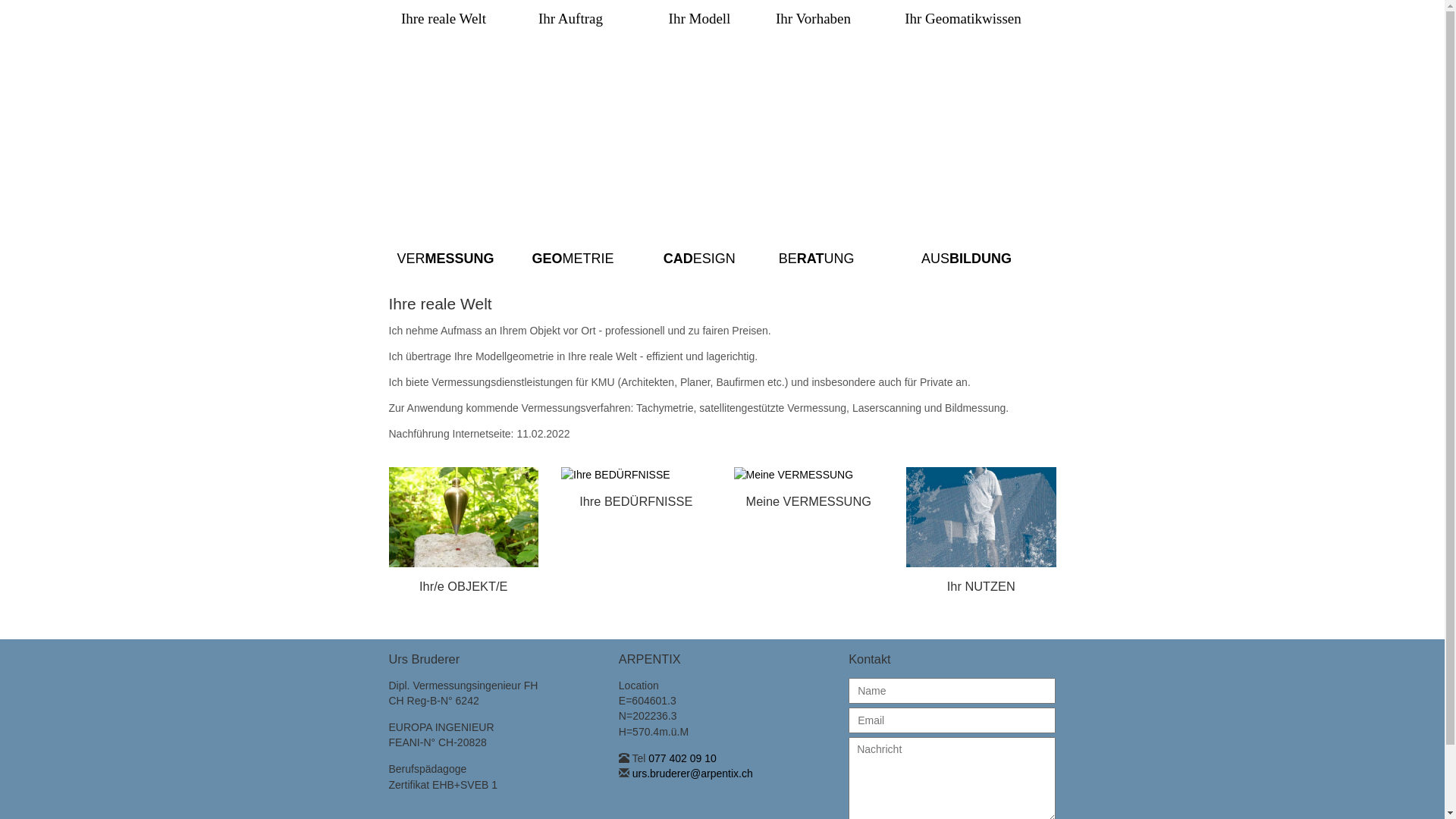 This screenshot has width=1456, height=819. I want to click on 'AUSBILDUNG', so click(965, 257).